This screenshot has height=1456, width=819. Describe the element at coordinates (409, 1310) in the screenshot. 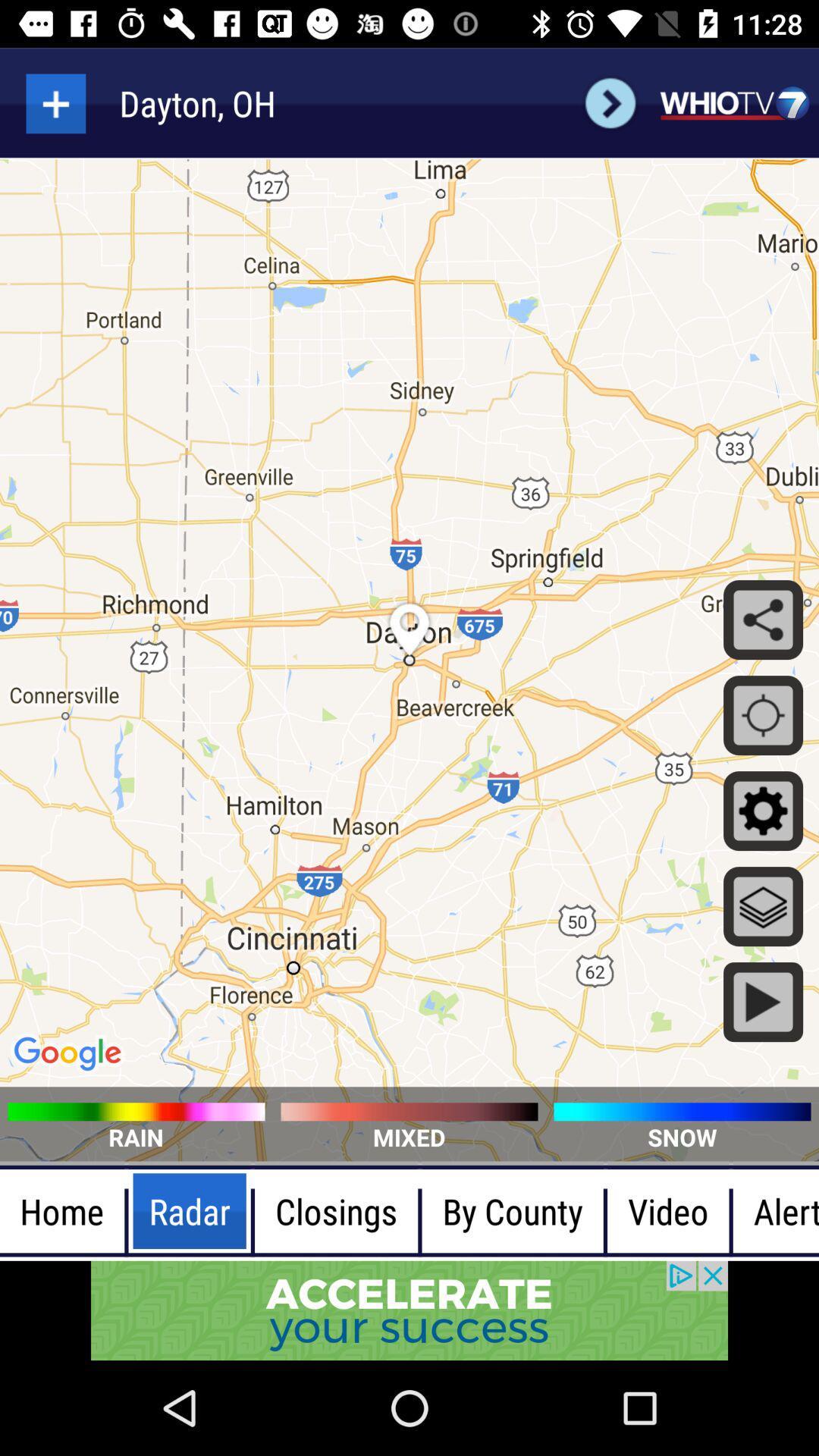

I see `advertisement click option` at that location.